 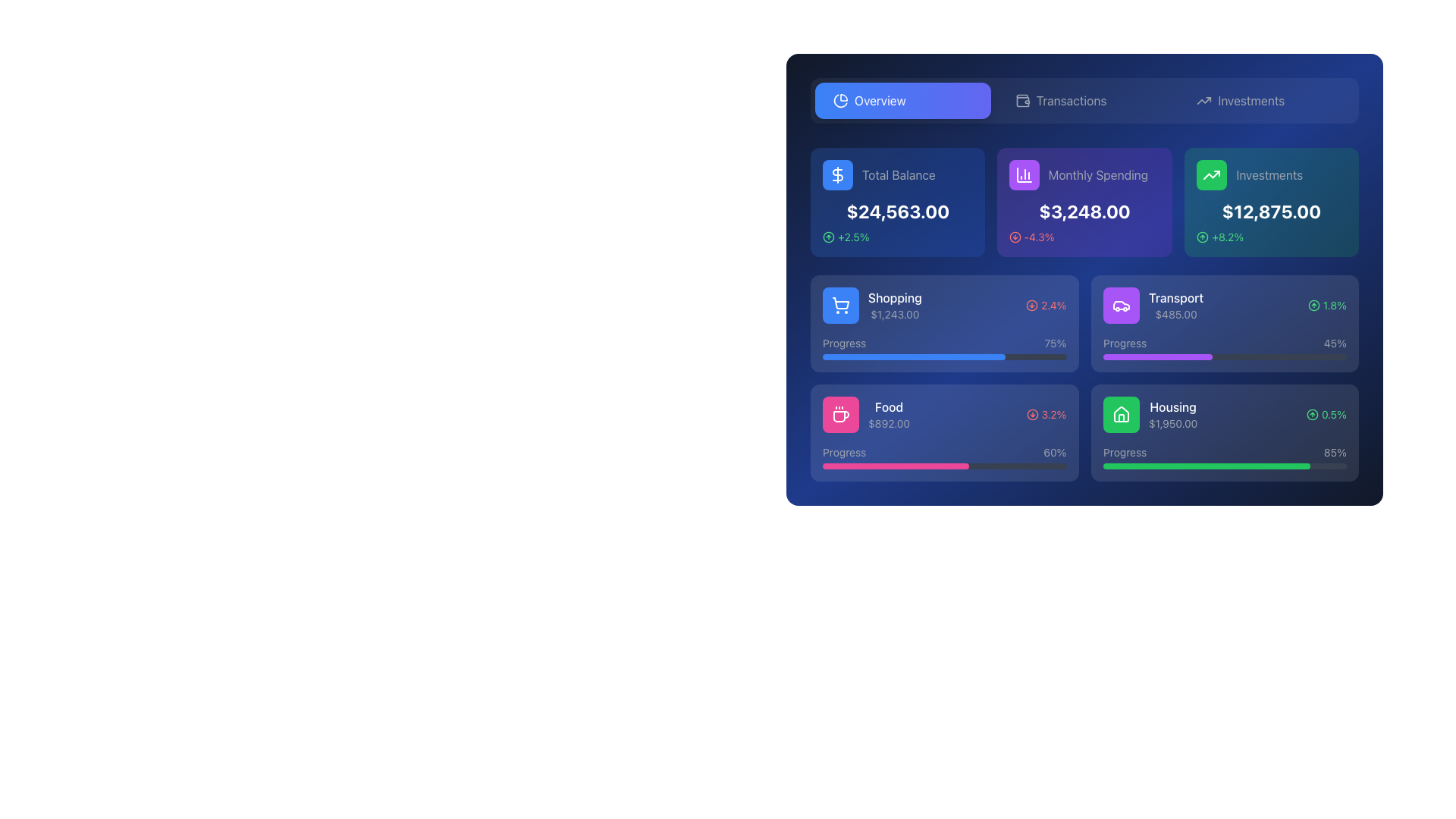 What do you see at coordinates (1271, 201) in the screenshot?
I see `the investment details by clicking on the rightmost card in the first row of the 3-column grid layout, which features a gradient background, a trending arrow icon, and displays the label 'Investments' along with a bold amount and percentage change` at bounding box center [1271, 201].